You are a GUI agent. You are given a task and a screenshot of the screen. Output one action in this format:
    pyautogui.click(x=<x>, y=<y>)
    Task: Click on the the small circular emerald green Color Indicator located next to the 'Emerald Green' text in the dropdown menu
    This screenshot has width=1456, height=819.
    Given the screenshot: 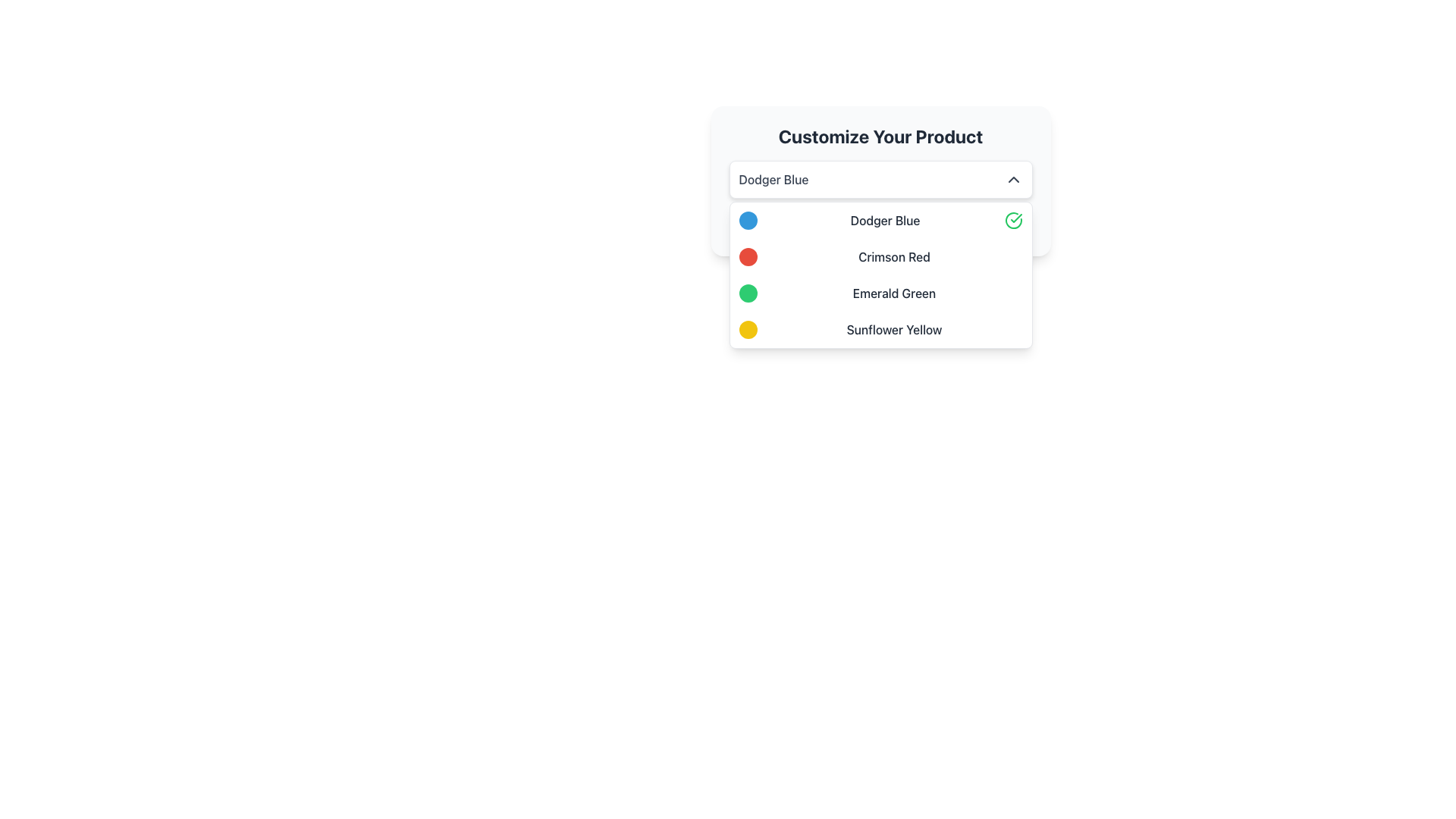 What is the action you would take?
    pyautogui.click(x=748, y=293)
    